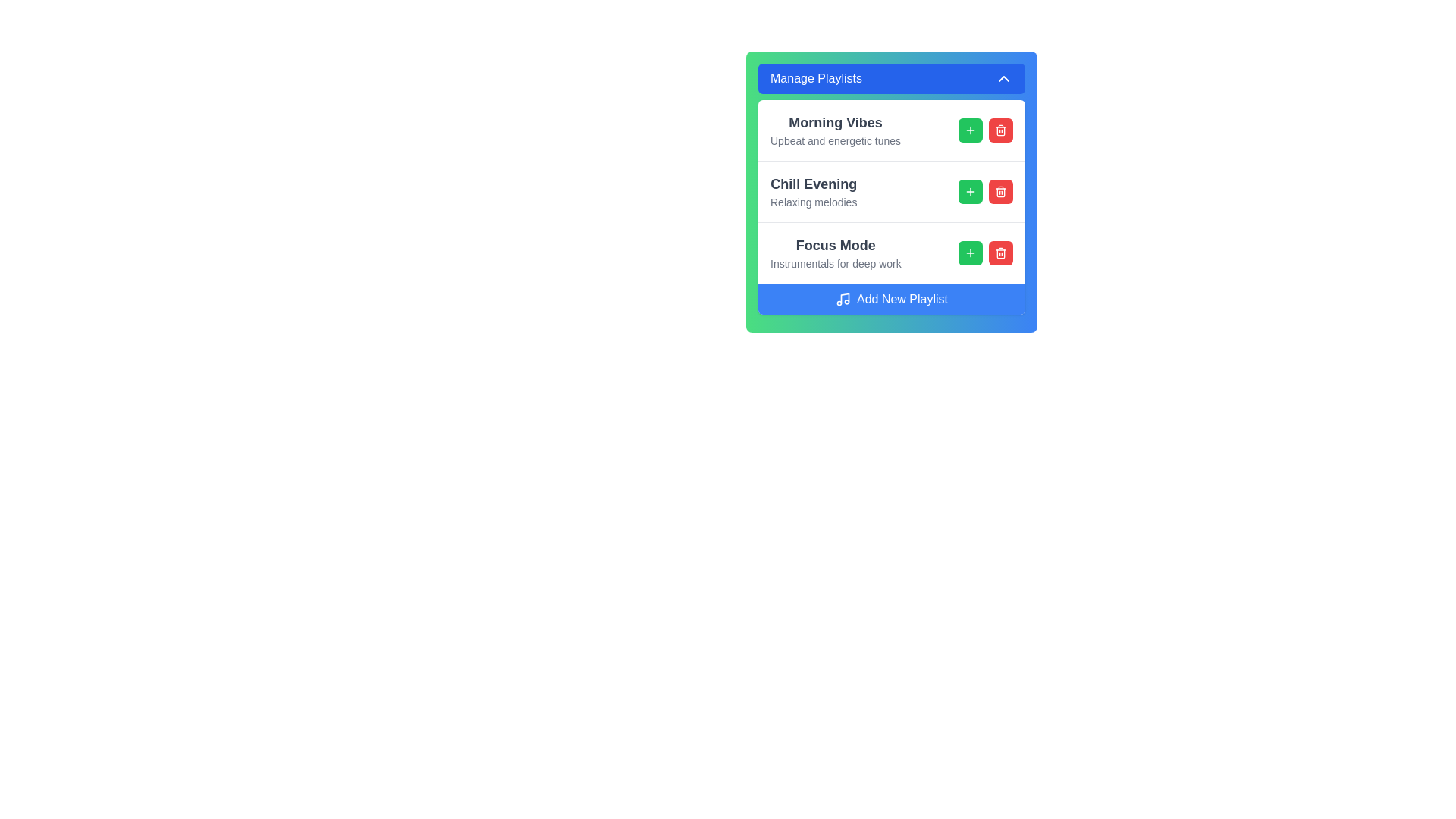 Image resolution: width=1456 pixels, height=819 pixels. Describe the element at coordinates (1001, 191) in the screenshot. I see `the red square button with a trash can icon` at that location.